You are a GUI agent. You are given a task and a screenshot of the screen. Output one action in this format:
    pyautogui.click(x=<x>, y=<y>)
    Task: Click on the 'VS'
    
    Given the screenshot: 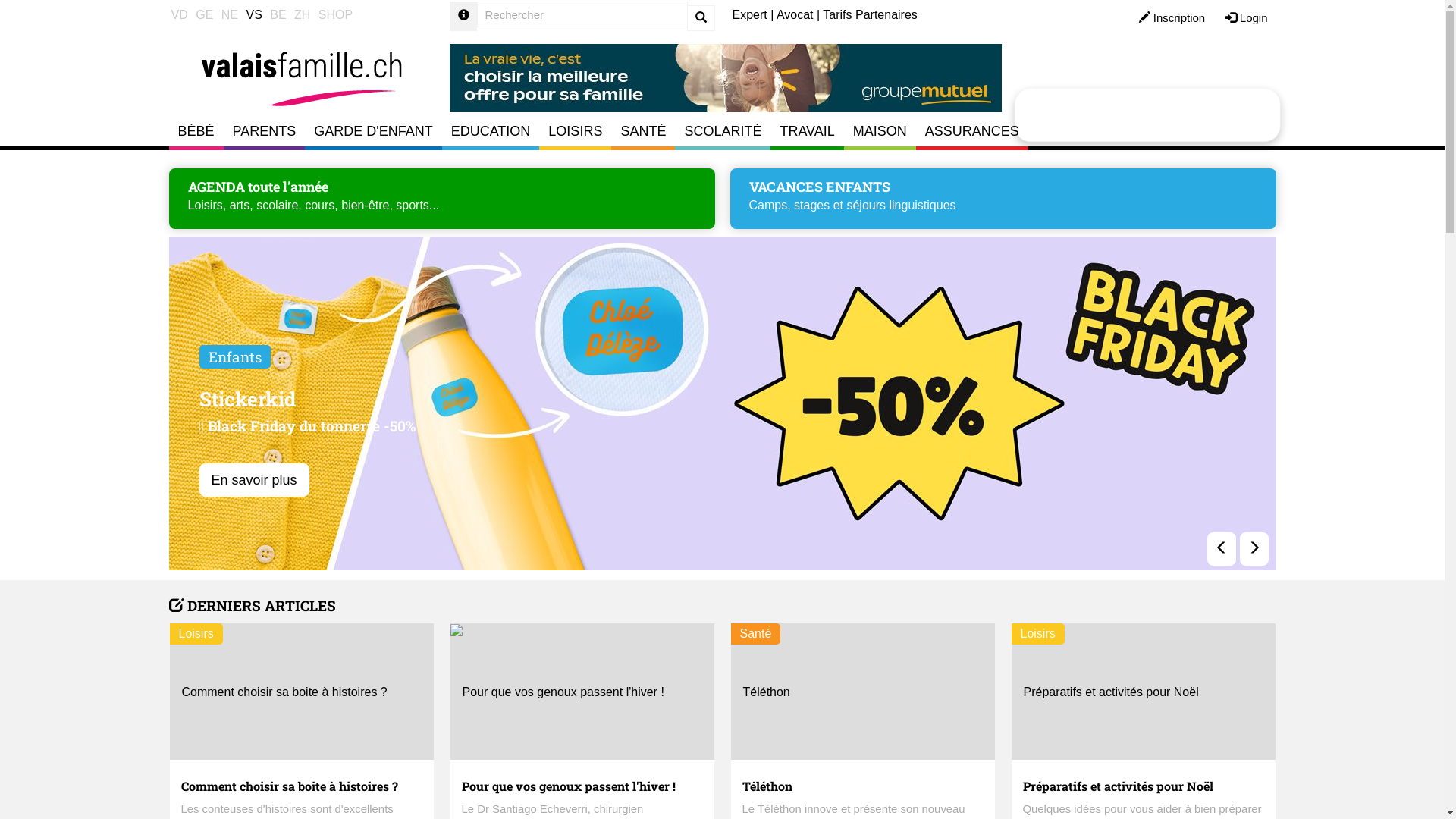 What is the action you would take?
    pyautogui.click(x=253, y=15)
    